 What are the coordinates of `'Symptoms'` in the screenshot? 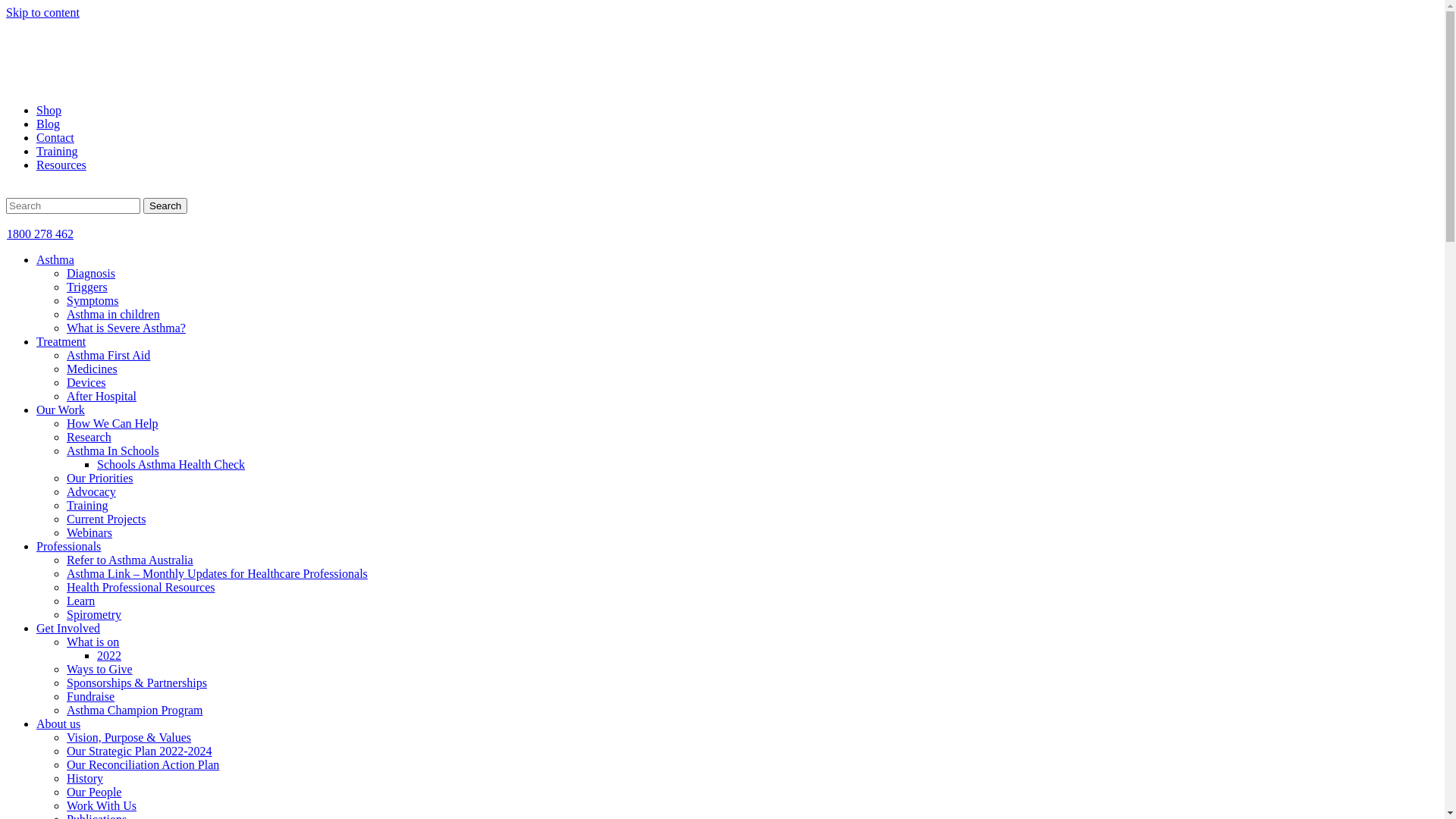 It's located at (65, 300).